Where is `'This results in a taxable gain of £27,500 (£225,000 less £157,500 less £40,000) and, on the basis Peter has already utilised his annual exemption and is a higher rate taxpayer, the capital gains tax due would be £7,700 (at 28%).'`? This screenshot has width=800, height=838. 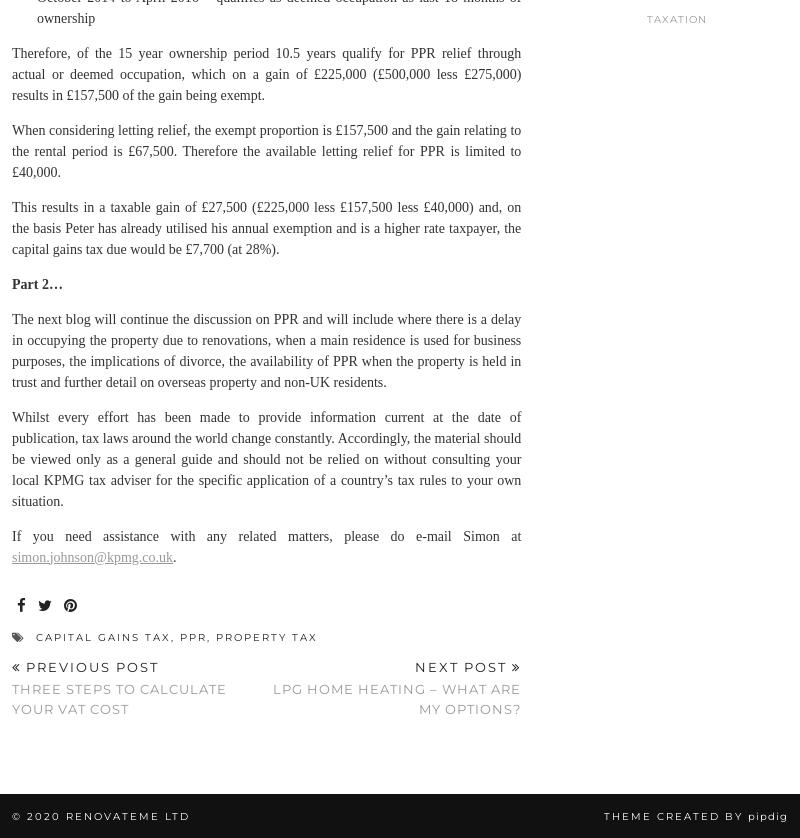 'This results in a taxable gain of £27,500 (£225,000 less £157,500 less £40,000) and, on the basis Peter has already utilised his annual exemption and is a higher rate taxpayer, the capital gains tax due would be £7,700 (at 28%).' is located at coordinates (12, 226).